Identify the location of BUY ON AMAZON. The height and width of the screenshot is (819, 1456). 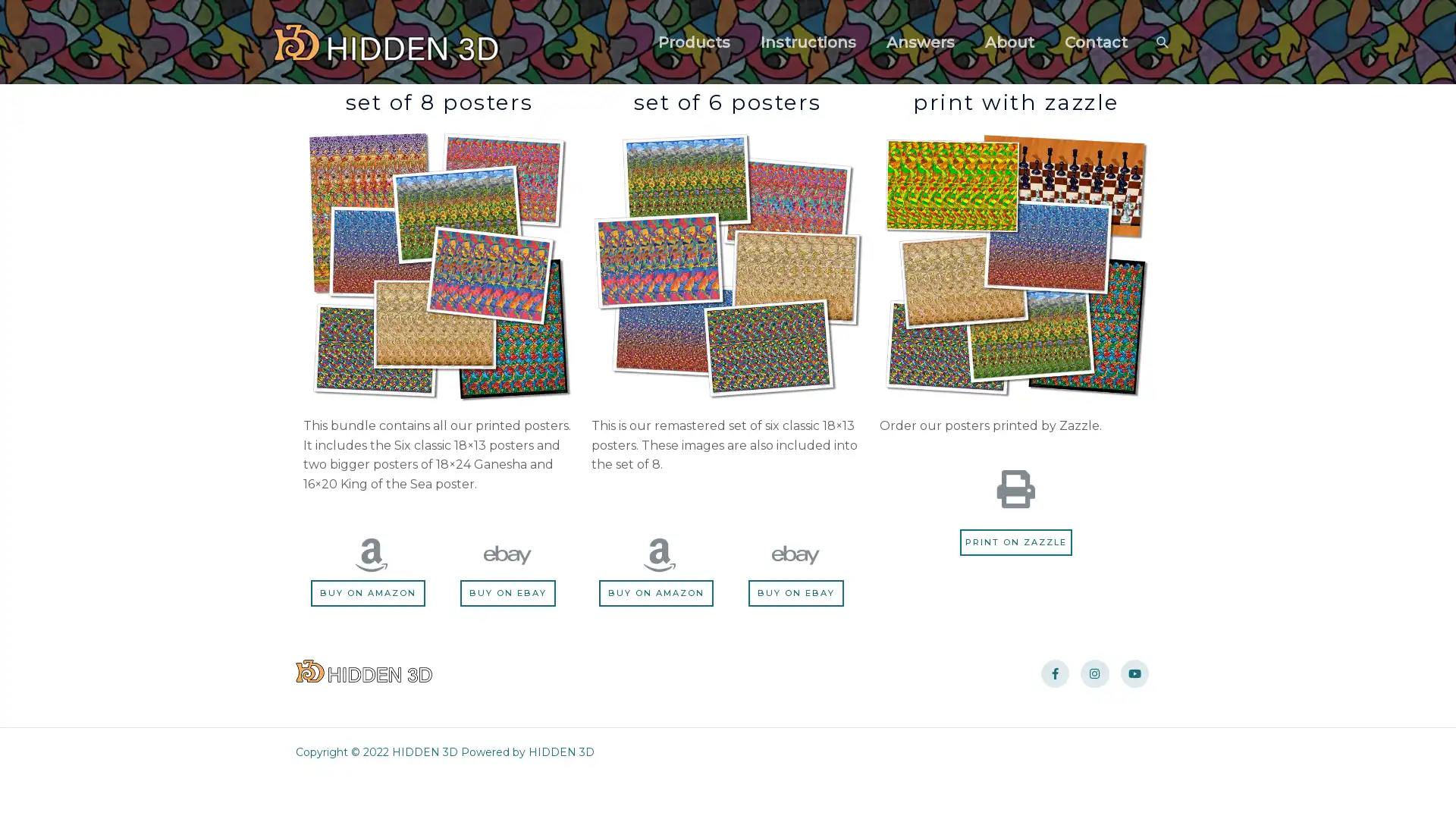
(658, 592).